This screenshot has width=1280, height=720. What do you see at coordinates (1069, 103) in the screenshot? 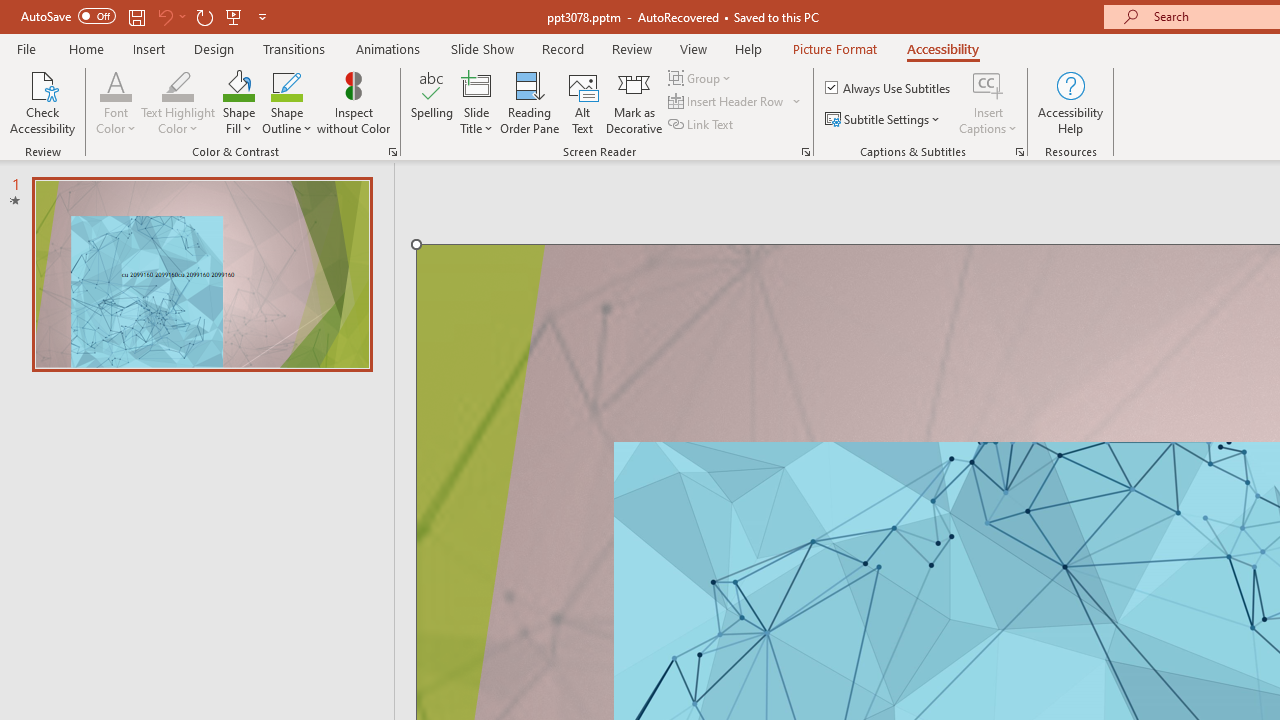
I see `'Accessibility Help'` at bounding box center [1069, 103].